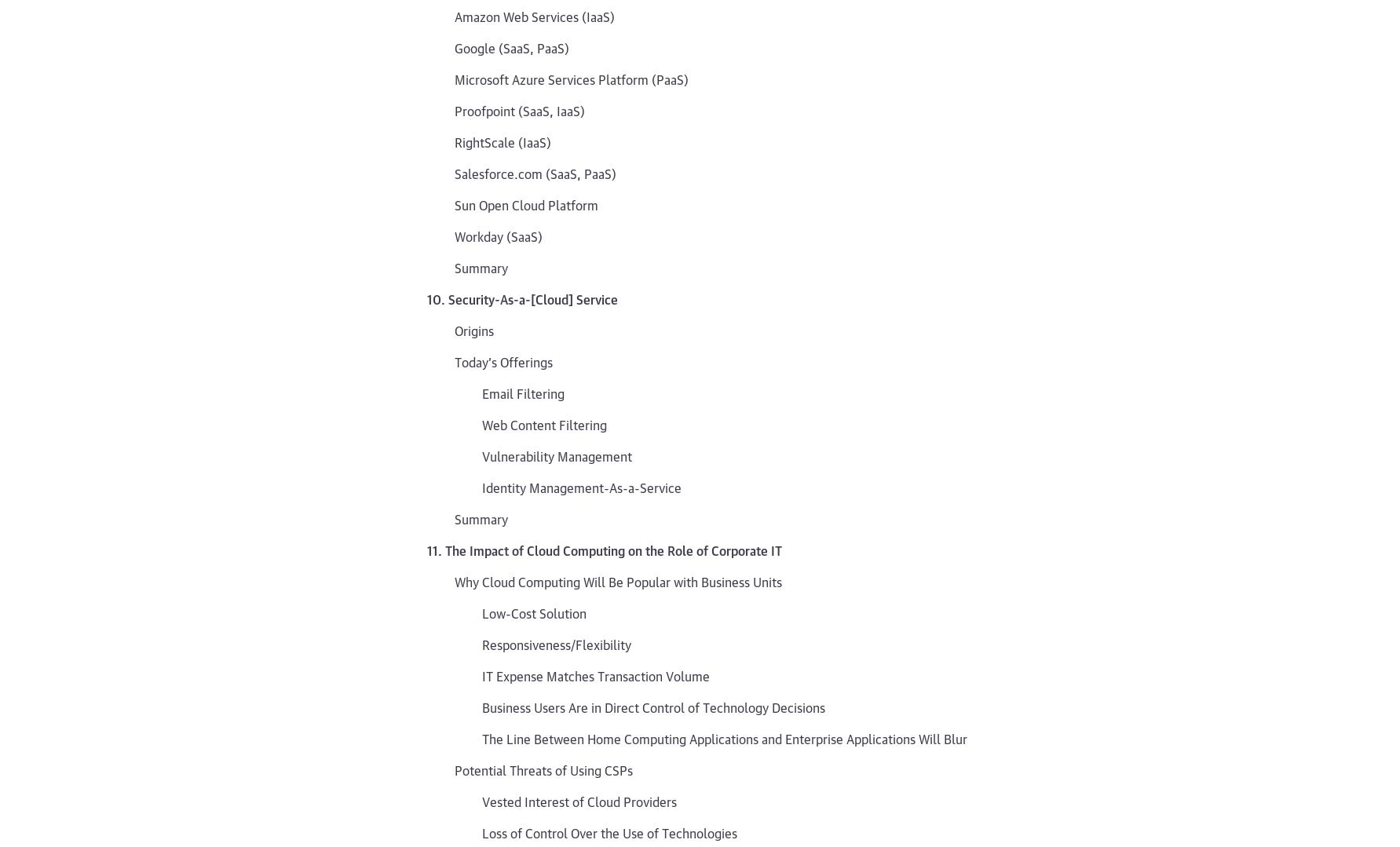  What do you see at coordinates (482, 831) in the screenshot?
I see `'Loss of Control Over the Use of Technologies'` at bounding box center [482, 831].